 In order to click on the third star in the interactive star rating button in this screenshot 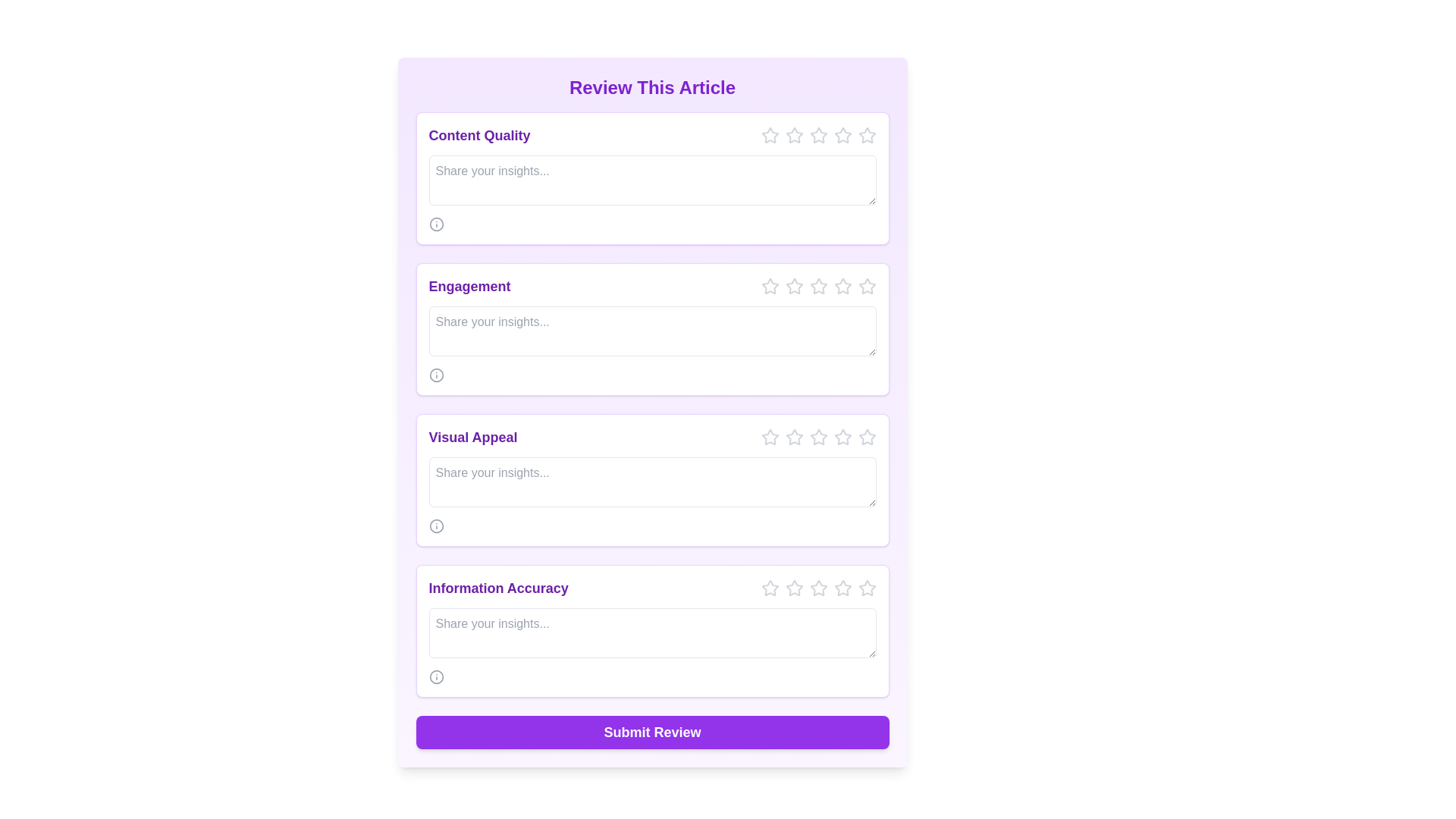, I will do `click(793, 437)`.